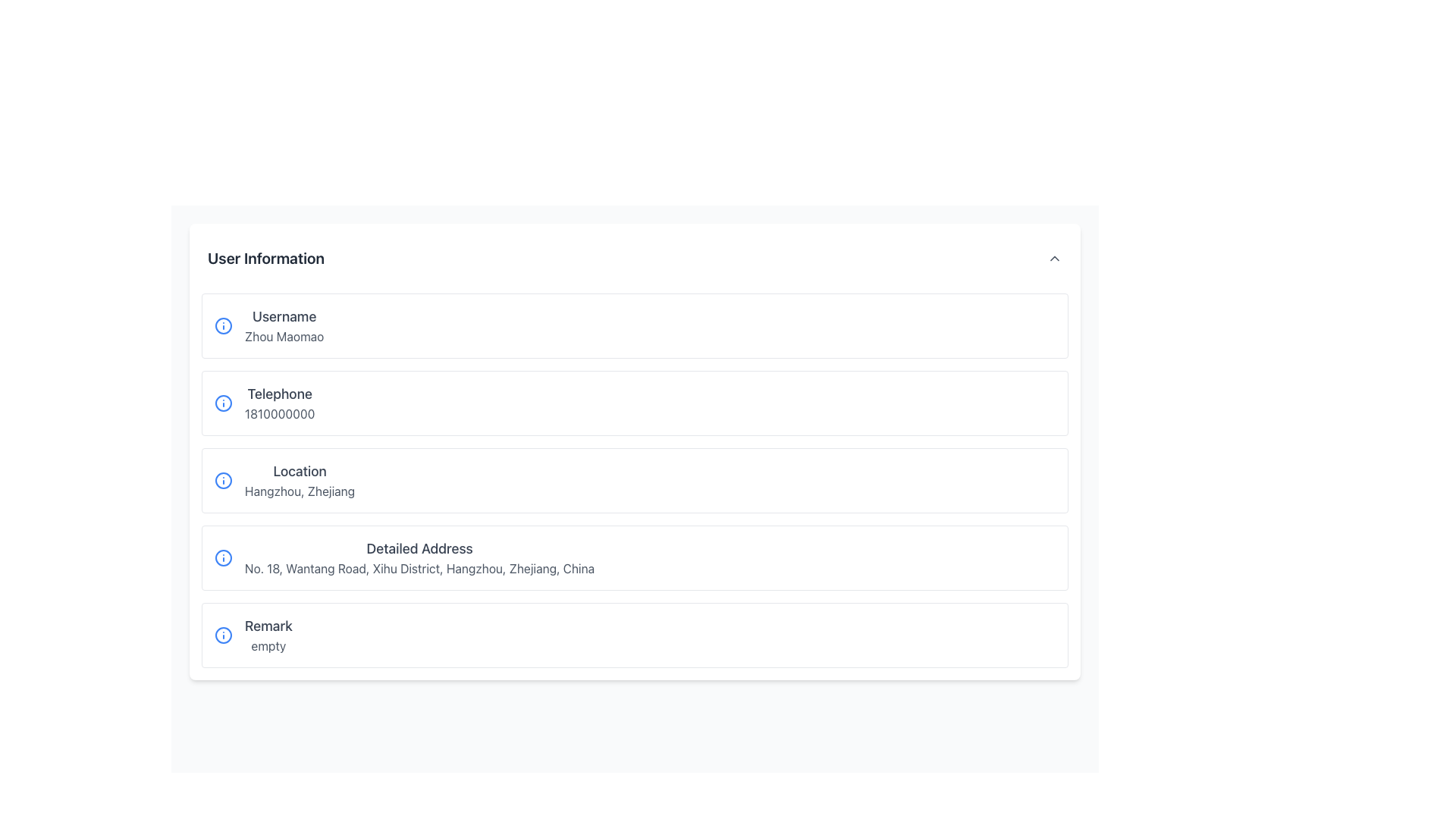  What do you see at coordinates (222, 635) in the screenshot?
I see `the informational tooltip trigger icon located in the 'Remark' section to the left of the text 'empty'` at bounding box center [222, 635].